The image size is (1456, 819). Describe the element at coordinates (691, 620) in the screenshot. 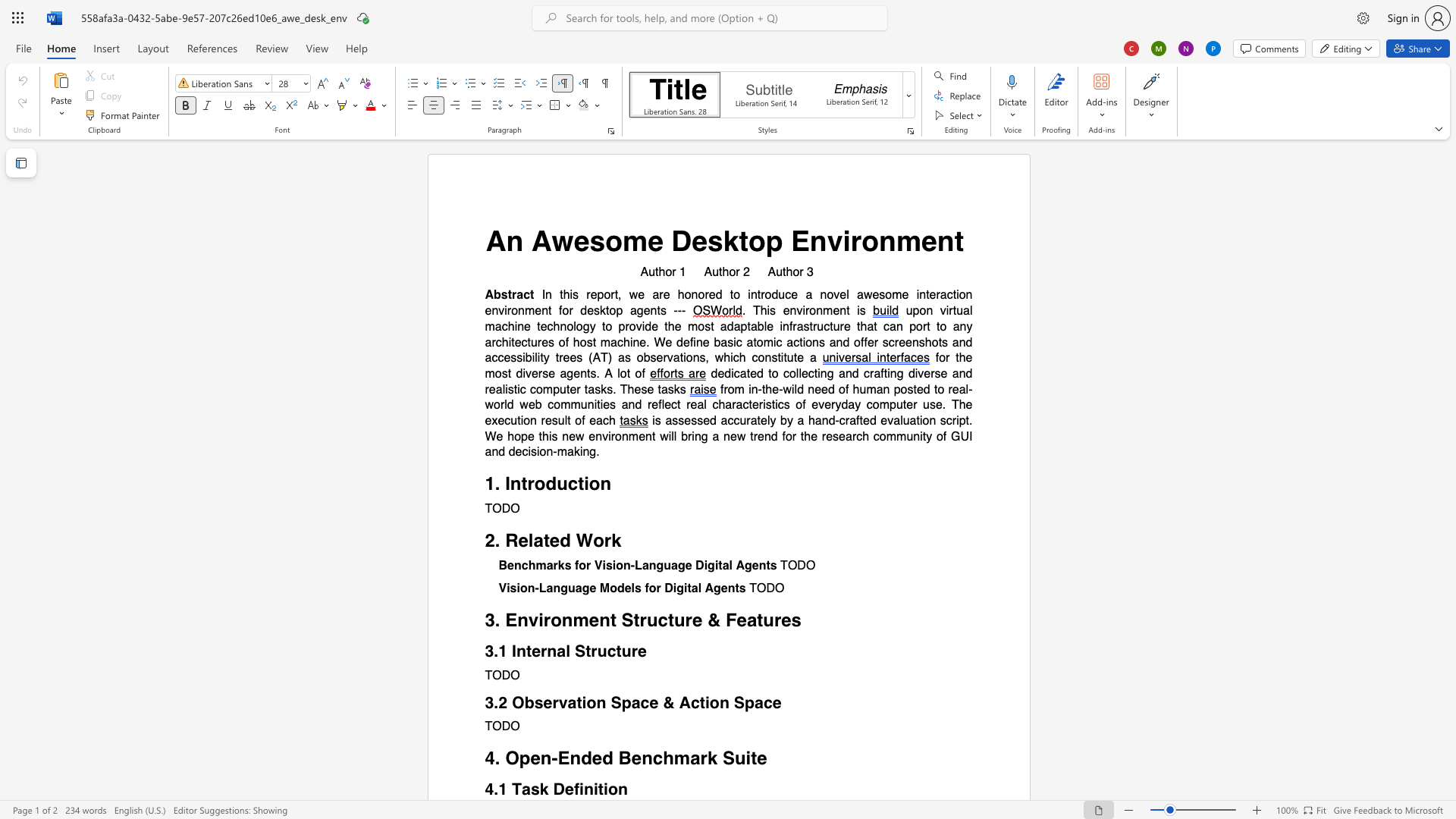

I see `the subset text "e & Featu" within the text "3. Environment Structure & Features"` at that location.